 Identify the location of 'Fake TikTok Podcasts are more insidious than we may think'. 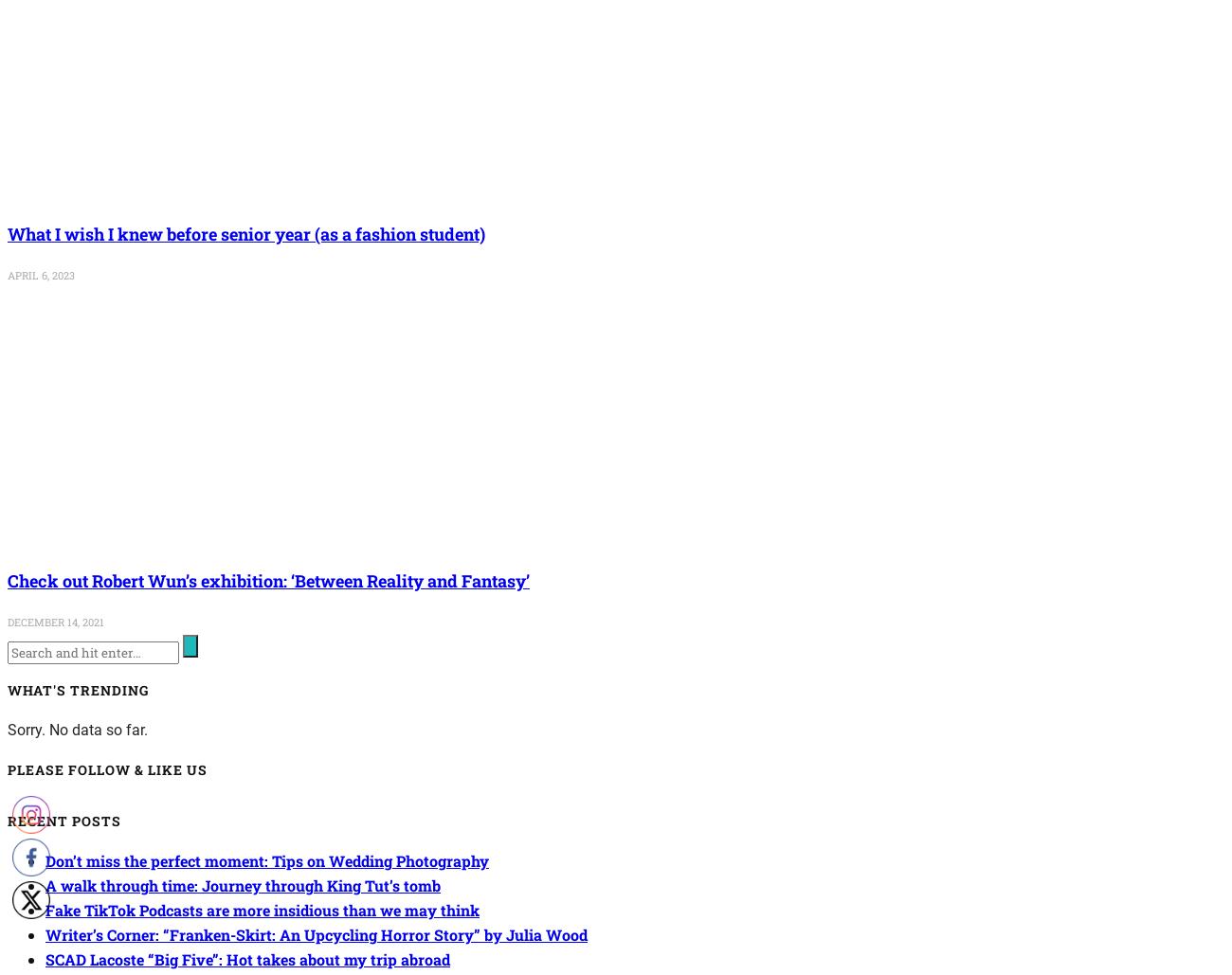
(44, 908).